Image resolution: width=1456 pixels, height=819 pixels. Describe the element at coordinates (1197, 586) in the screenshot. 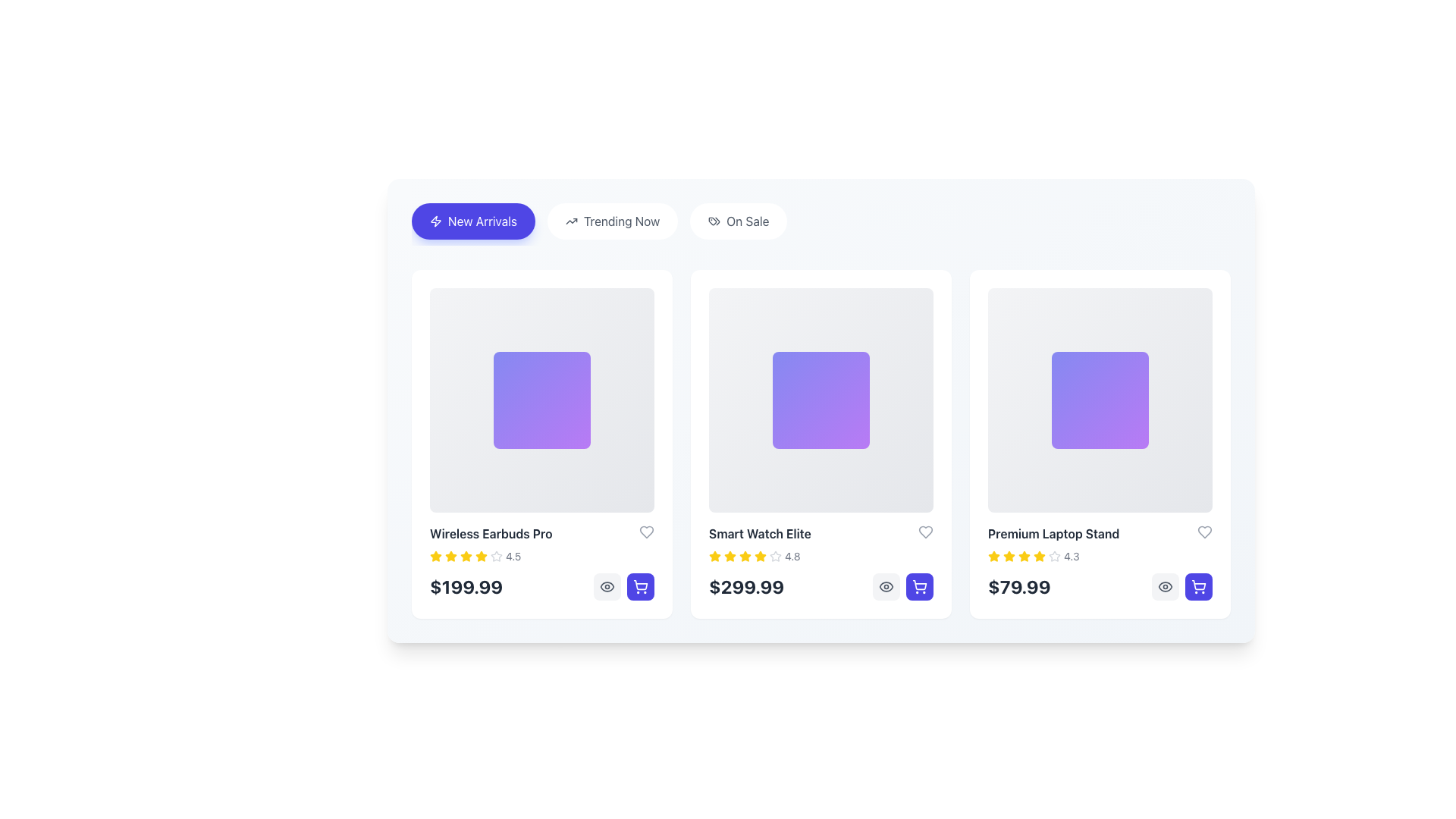

I see `the 'Add to Cart' icon located at the bottom-right corner of the product card for the 'Premium Laptop Stand' to trigger the tooltip` at that location.